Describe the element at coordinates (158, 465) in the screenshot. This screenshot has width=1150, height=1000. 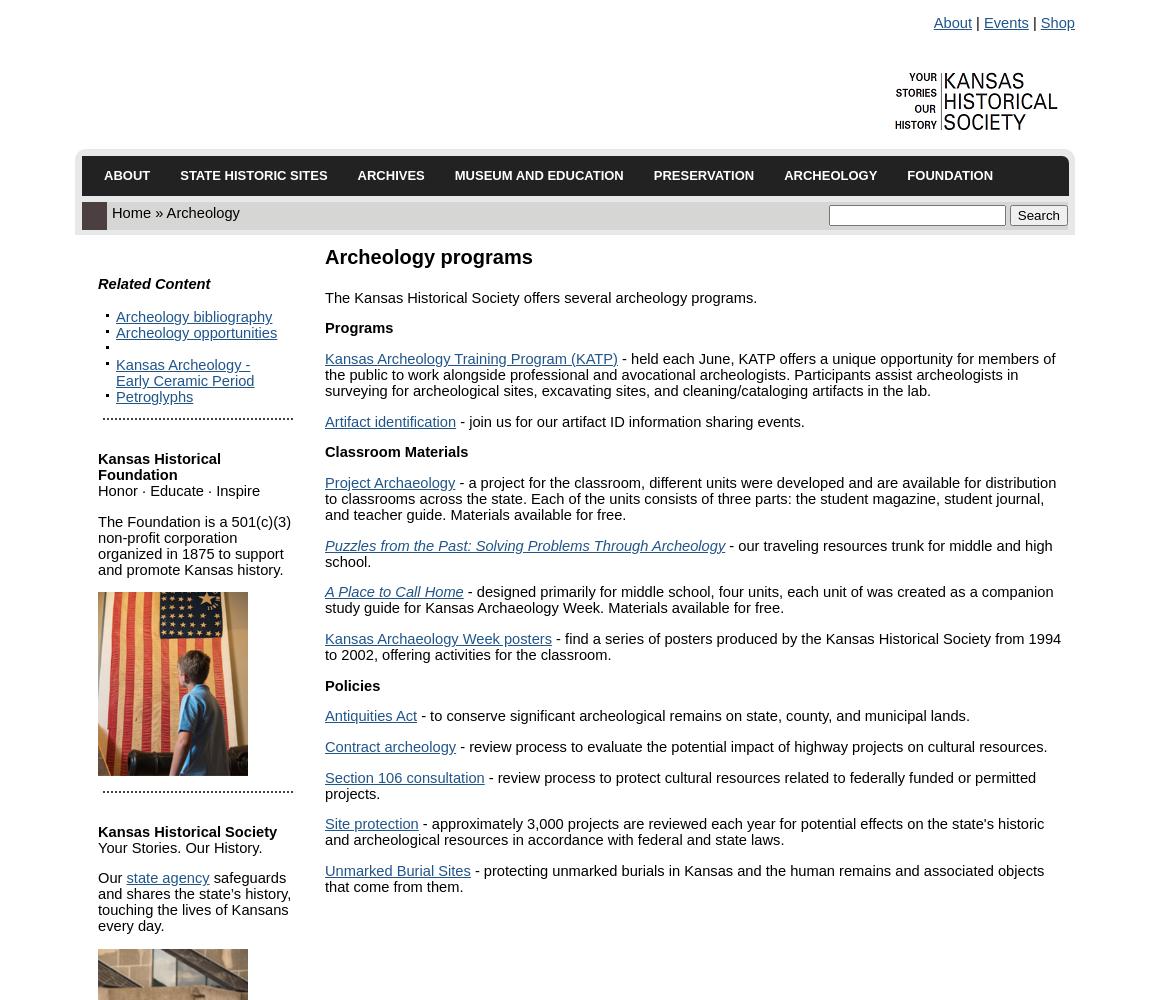
I see `'Kansas Historical Foundation'` at that location.